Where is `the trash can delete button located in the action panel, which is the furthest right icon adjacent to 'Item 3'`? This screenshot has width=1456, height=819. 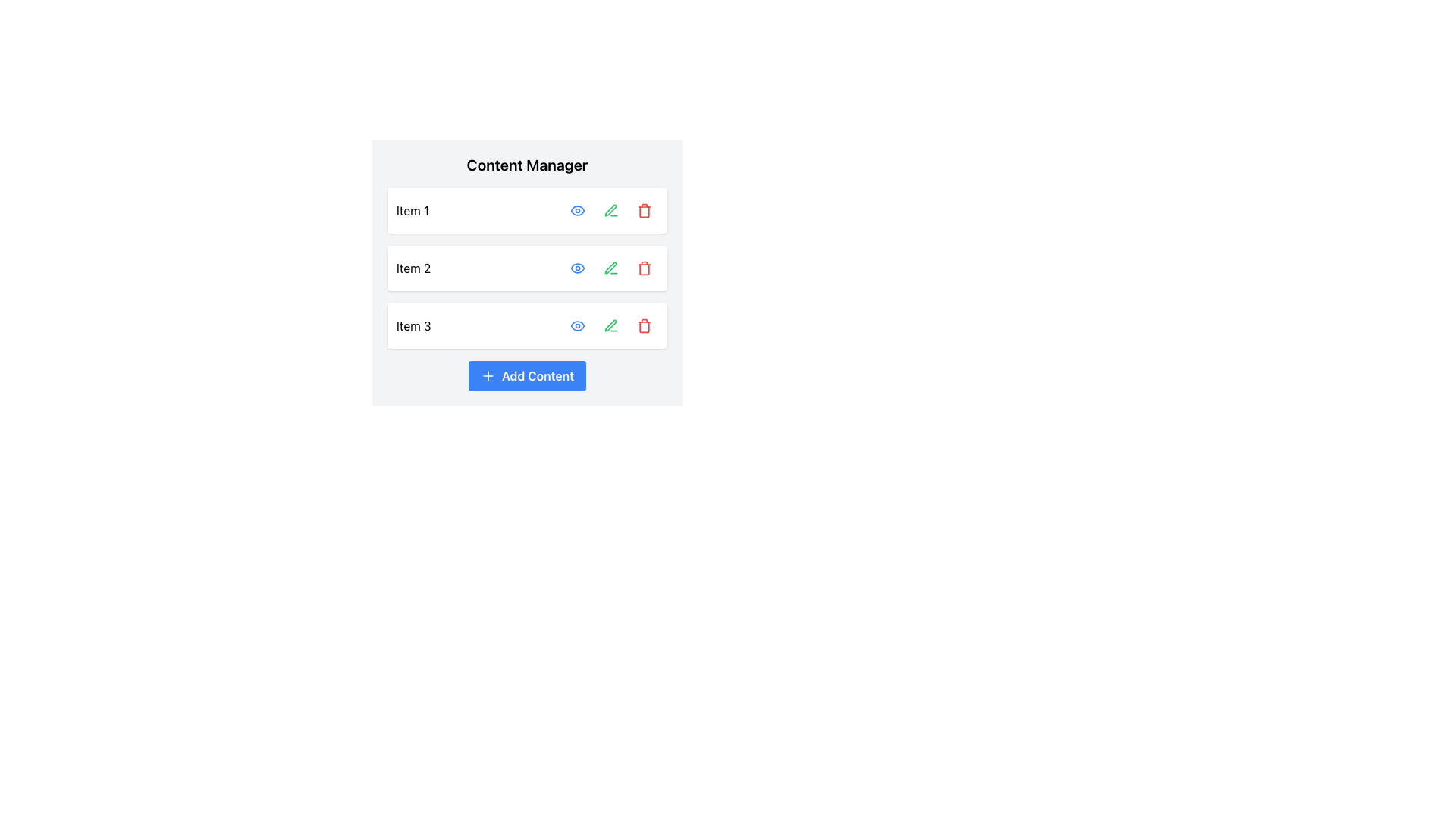 the trash can delete button located in the action panel, which is the furthest right icon adjacent to 'Item 3' is located at coordinates (644, 325).